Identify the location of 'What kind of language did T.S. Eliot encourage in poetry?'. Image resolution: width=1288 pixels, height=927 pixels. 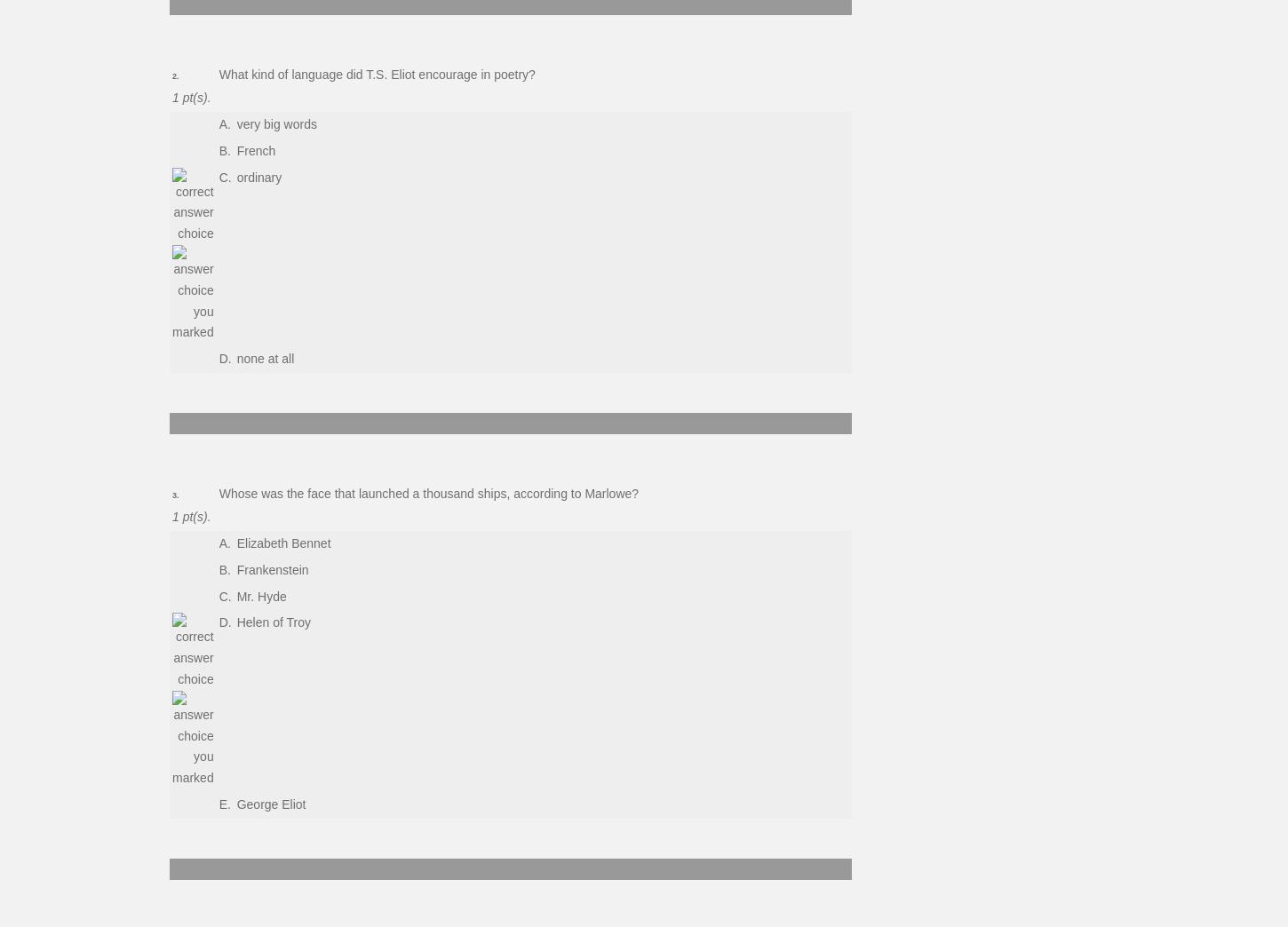
(375, 75).